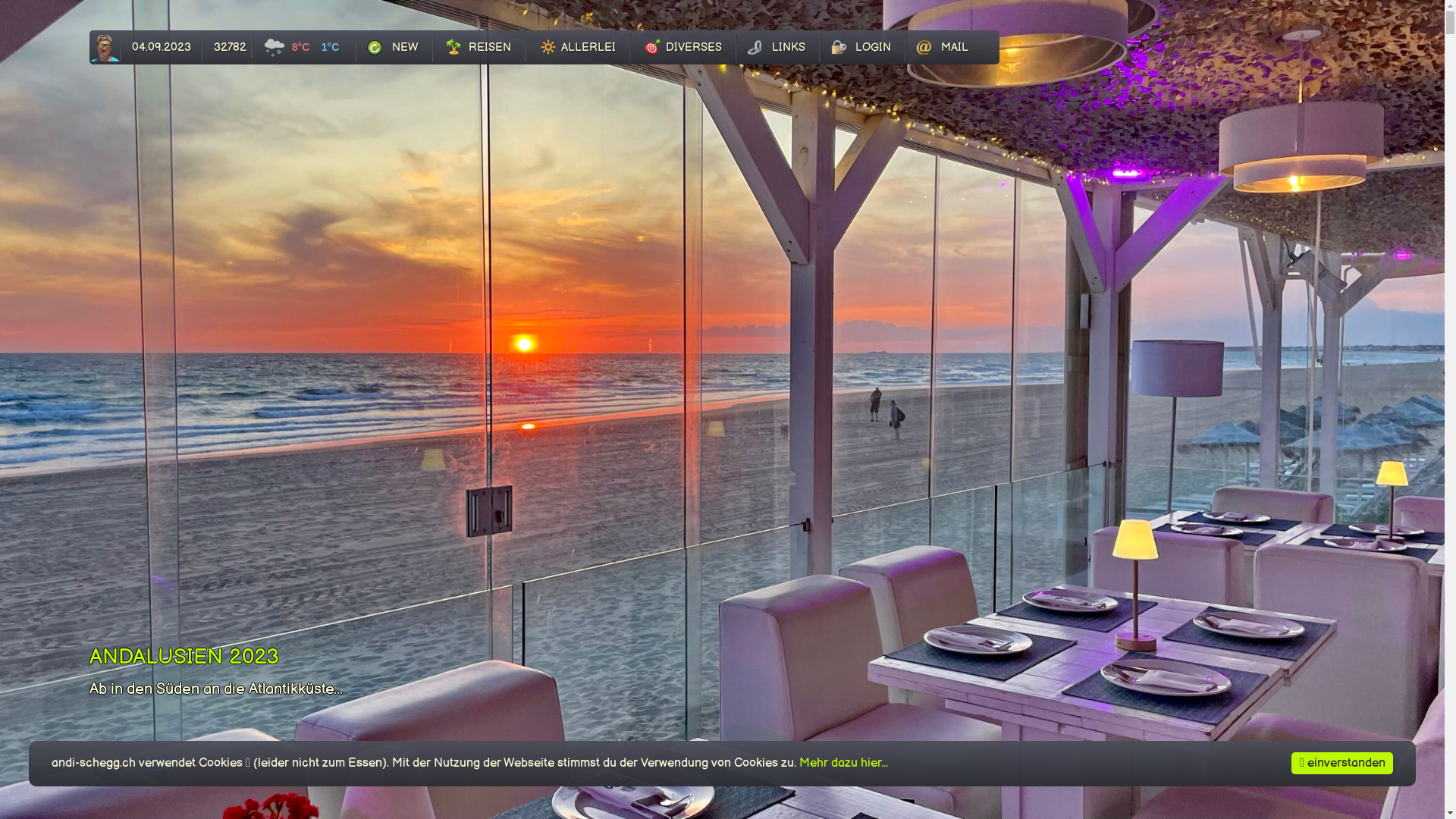 The height and width of the screenshot is (819, 1456). What do you see at coordinates (577, 46) in the screenshot?
I see `'        ALLERLEI '` at bounding box center [577, 46].